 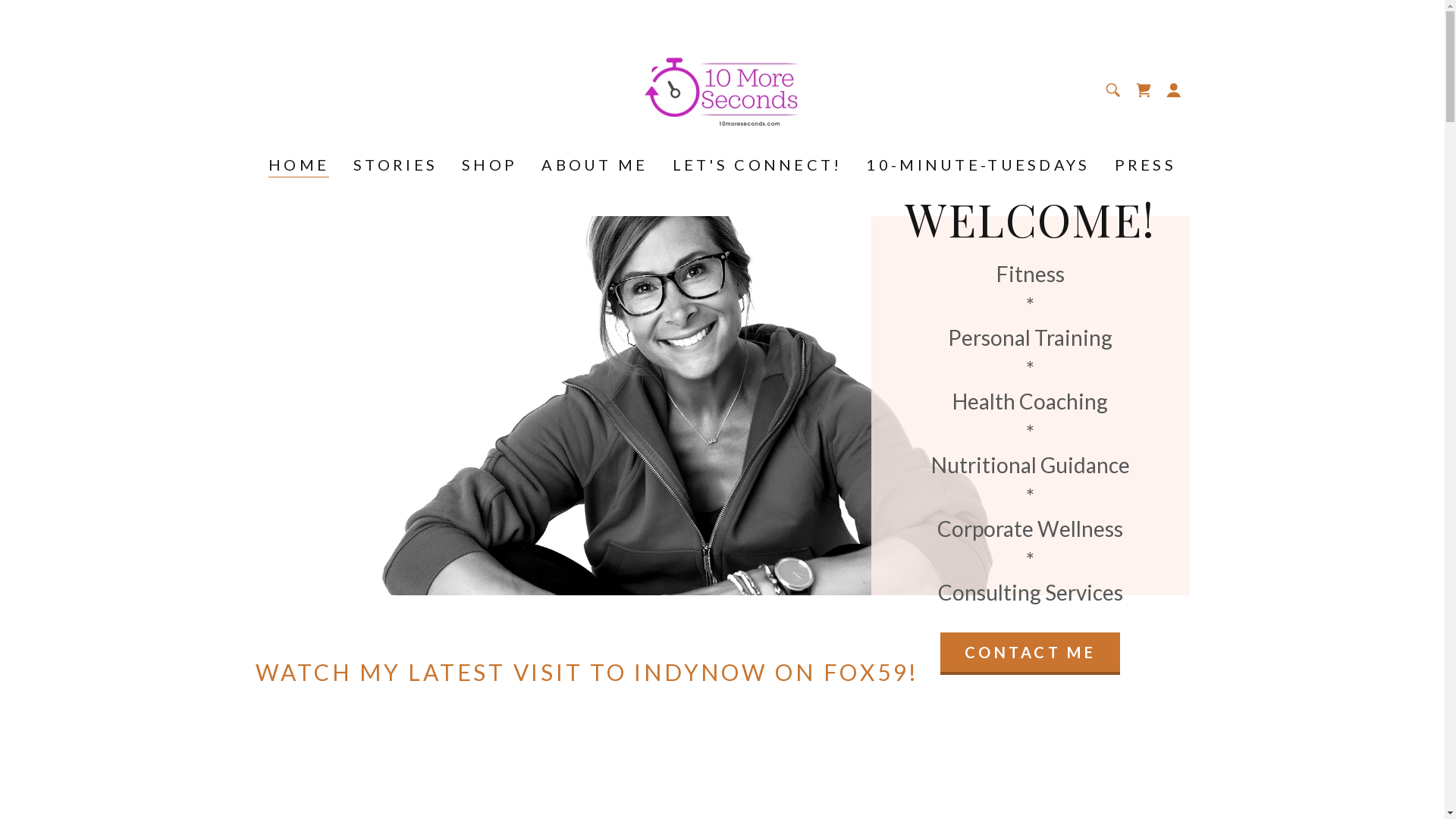 What do you see at coordinates (537, 164) in the screenshot?
I see `'ABOUT ME'` at bounding box center [537, 164].